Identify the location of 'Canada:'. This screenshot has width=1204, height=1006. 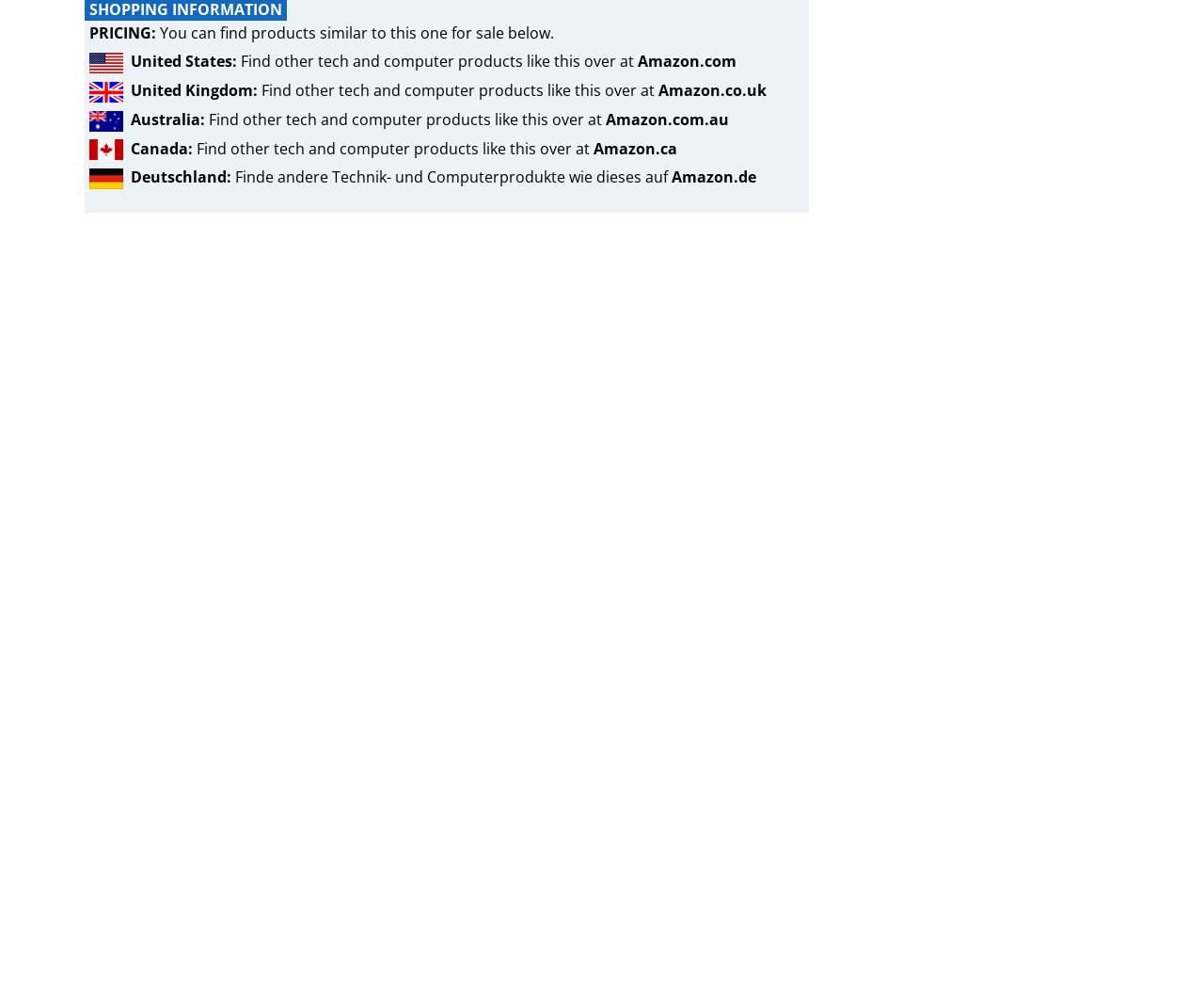
(130, 148).